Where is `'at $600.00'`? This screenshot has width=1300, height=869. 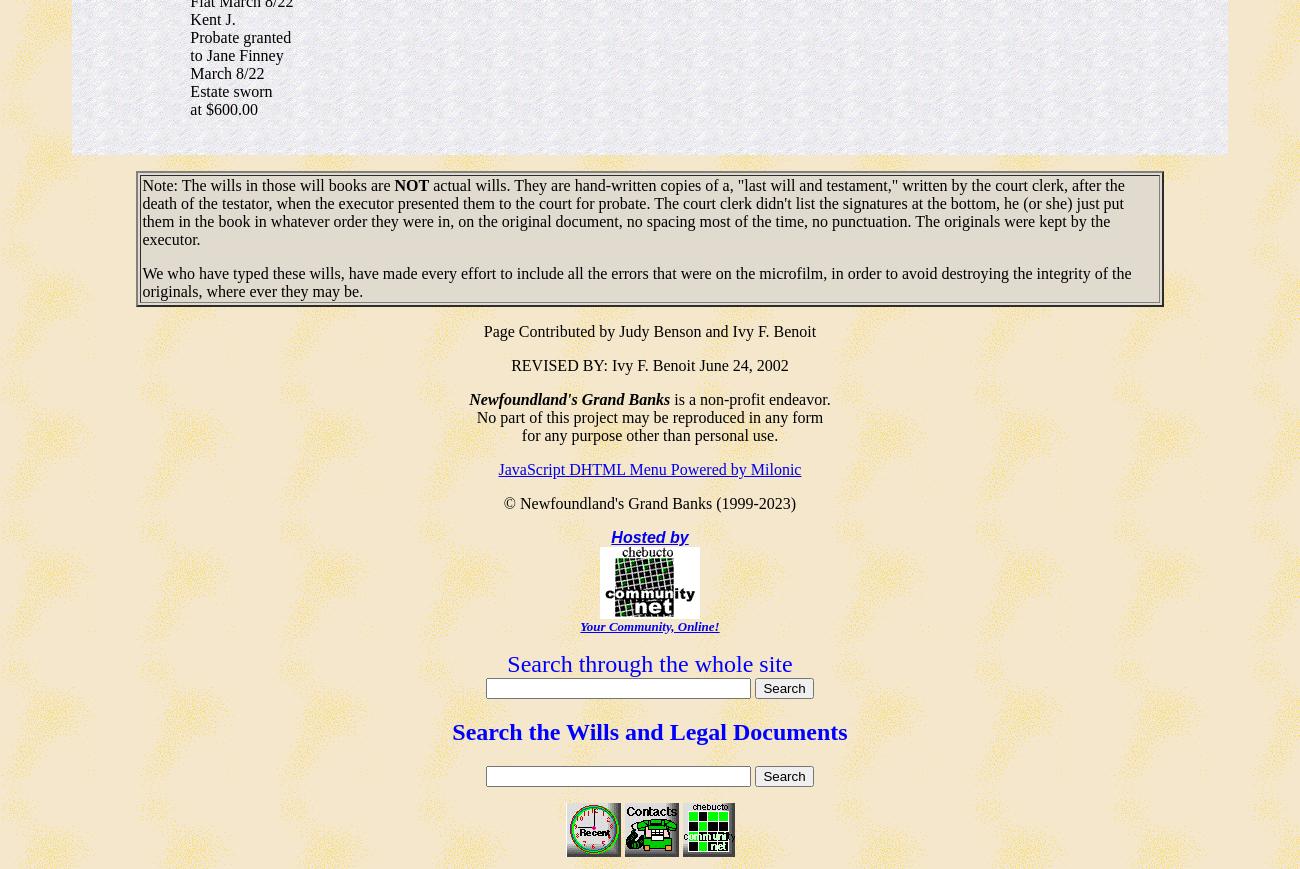
'at $600.00' is located at coordinates (222, 107).